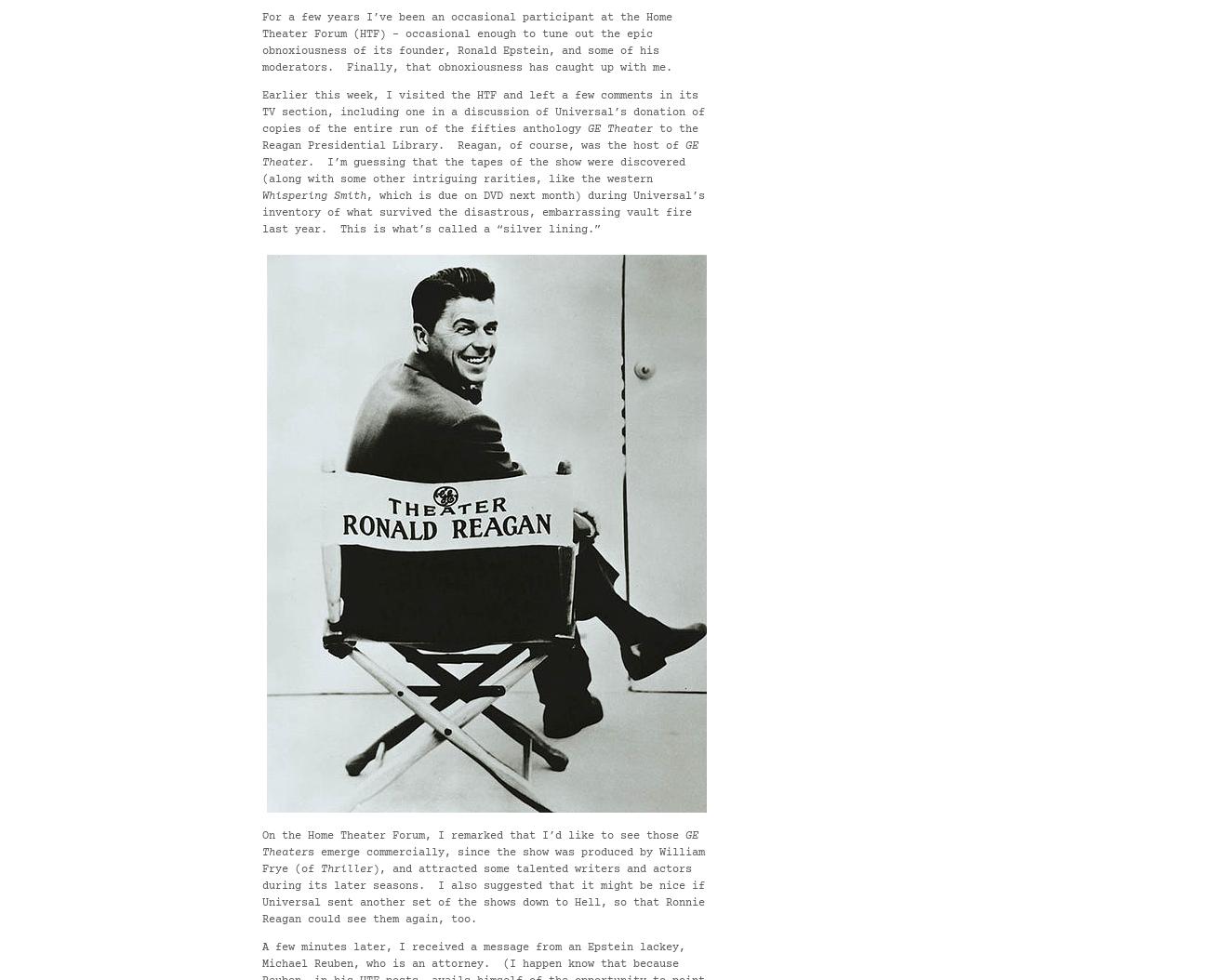 Image resolution: width=1209 pixels, height=980 pixels. Describe the element at coordinates (261, 213) in the screenshot. I see `', which is due on DVD next month) during Universal’s inventory of what survived the disastrous, embarrassing vault fire last year.  This is what’s called a “silver lining.”'` at that location.